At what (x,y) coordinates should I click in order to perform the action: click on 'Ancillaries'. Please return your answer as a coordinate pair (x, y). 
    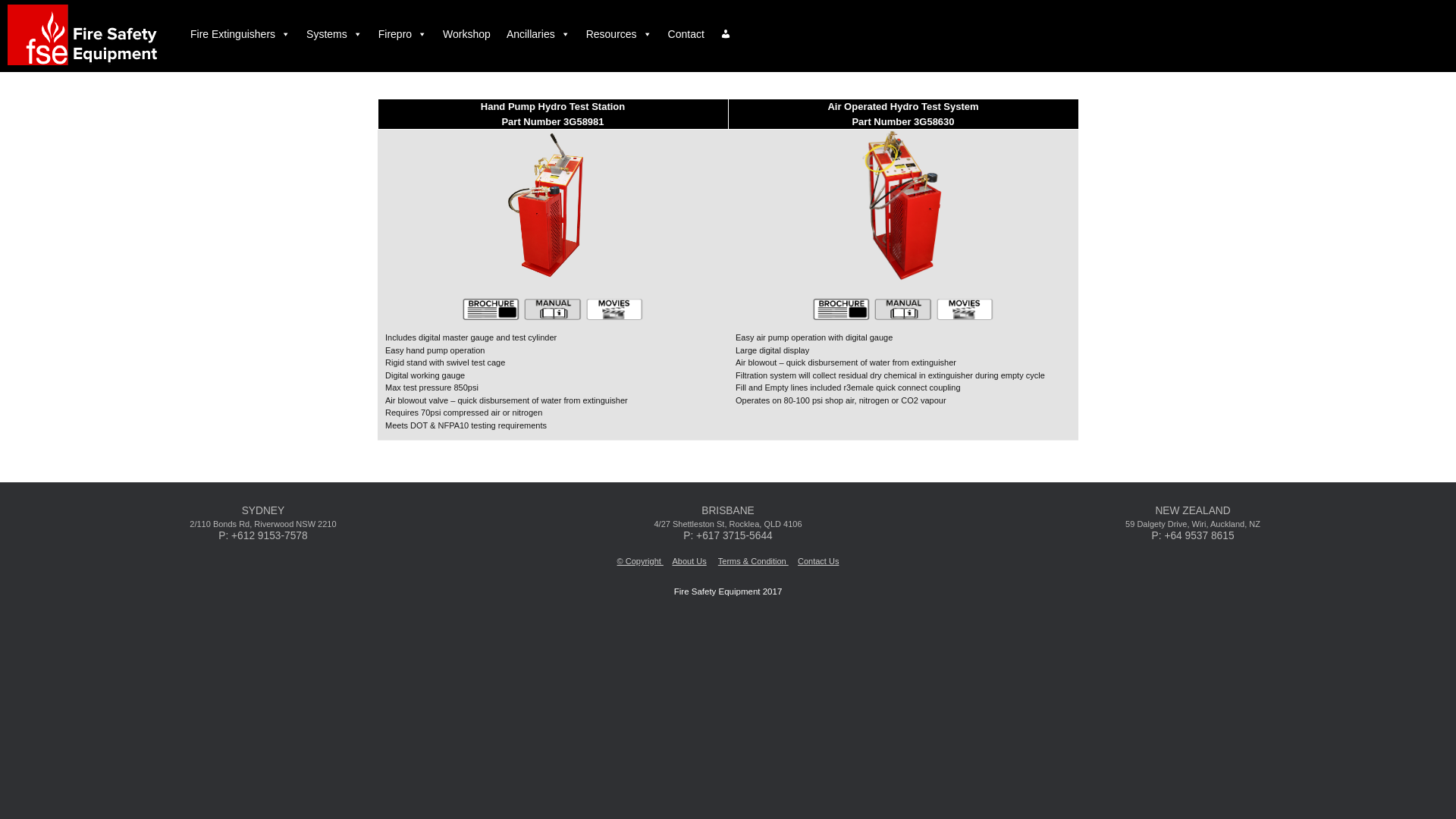
    Looking at the image, I should click on (538, 34).